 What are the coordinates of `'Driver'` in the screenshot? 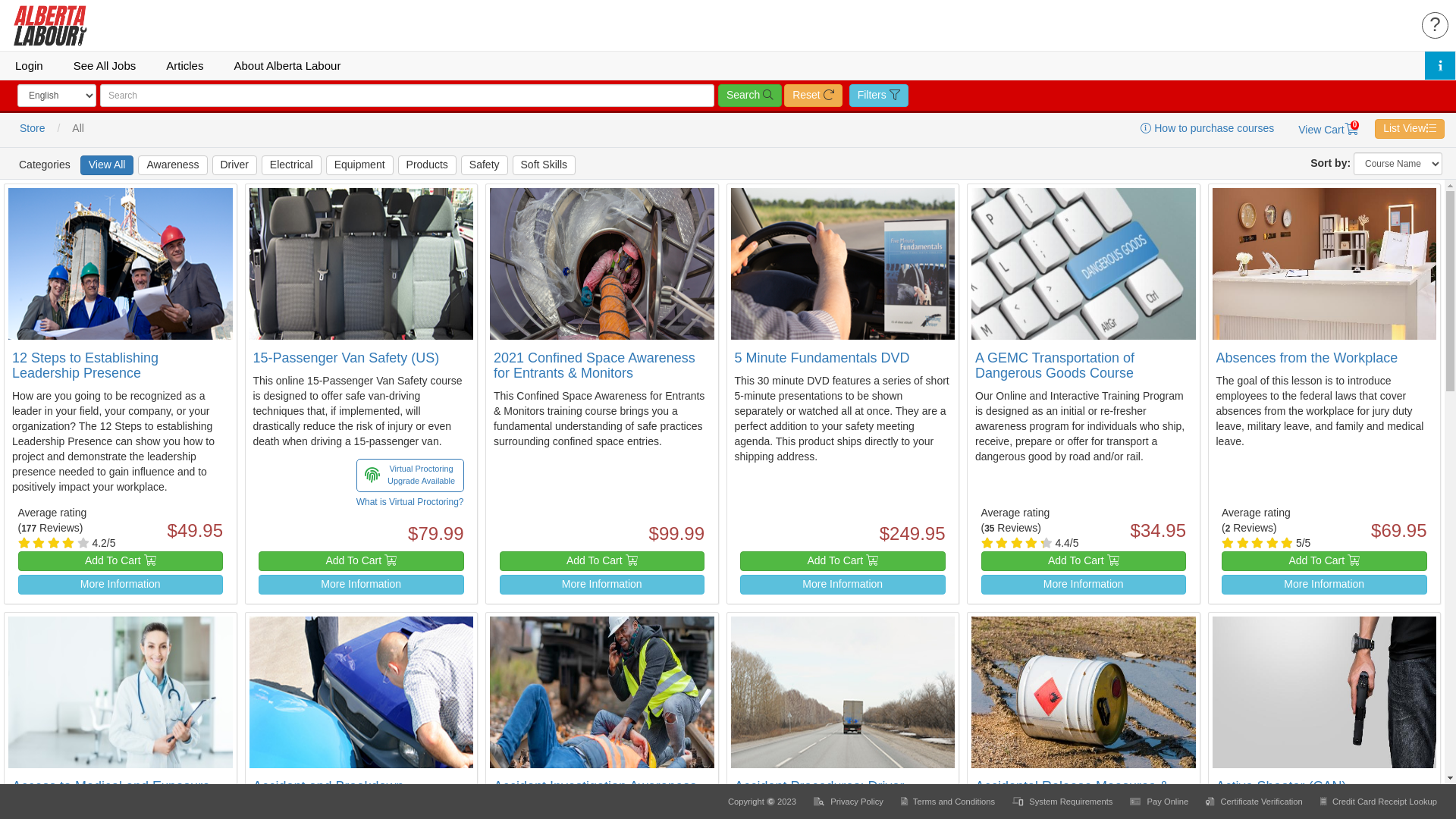 It's located at (211, 165).